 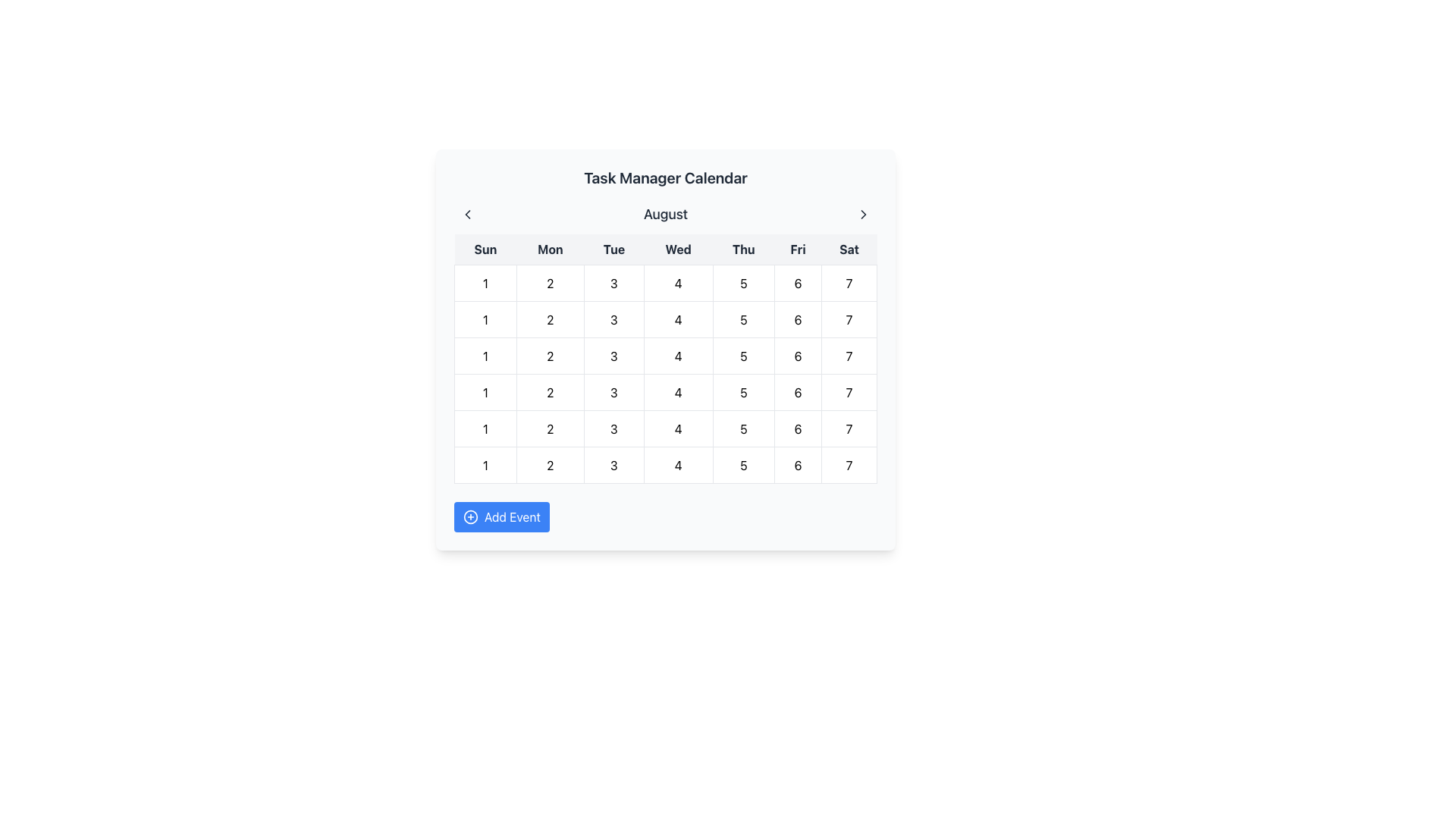 What do you see at coordinates (677, 464) in the screenshot?
I see `the Date Cell displaying '4' in the calendar grid under the header 'August'` at bounding box center [677, 464].